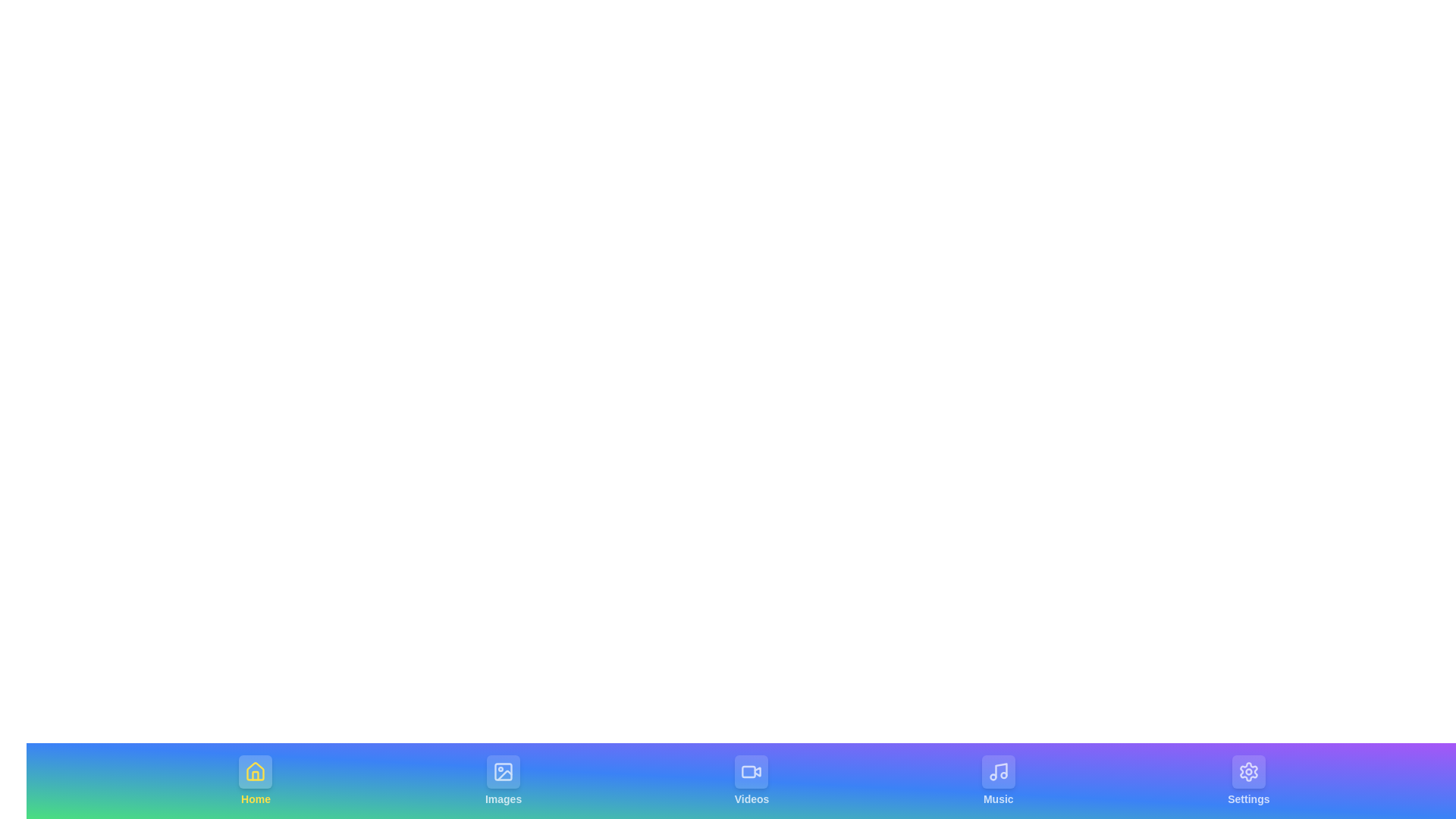  I want to click on the tab labeled Videos by clicking on its center, so click(751, 780).